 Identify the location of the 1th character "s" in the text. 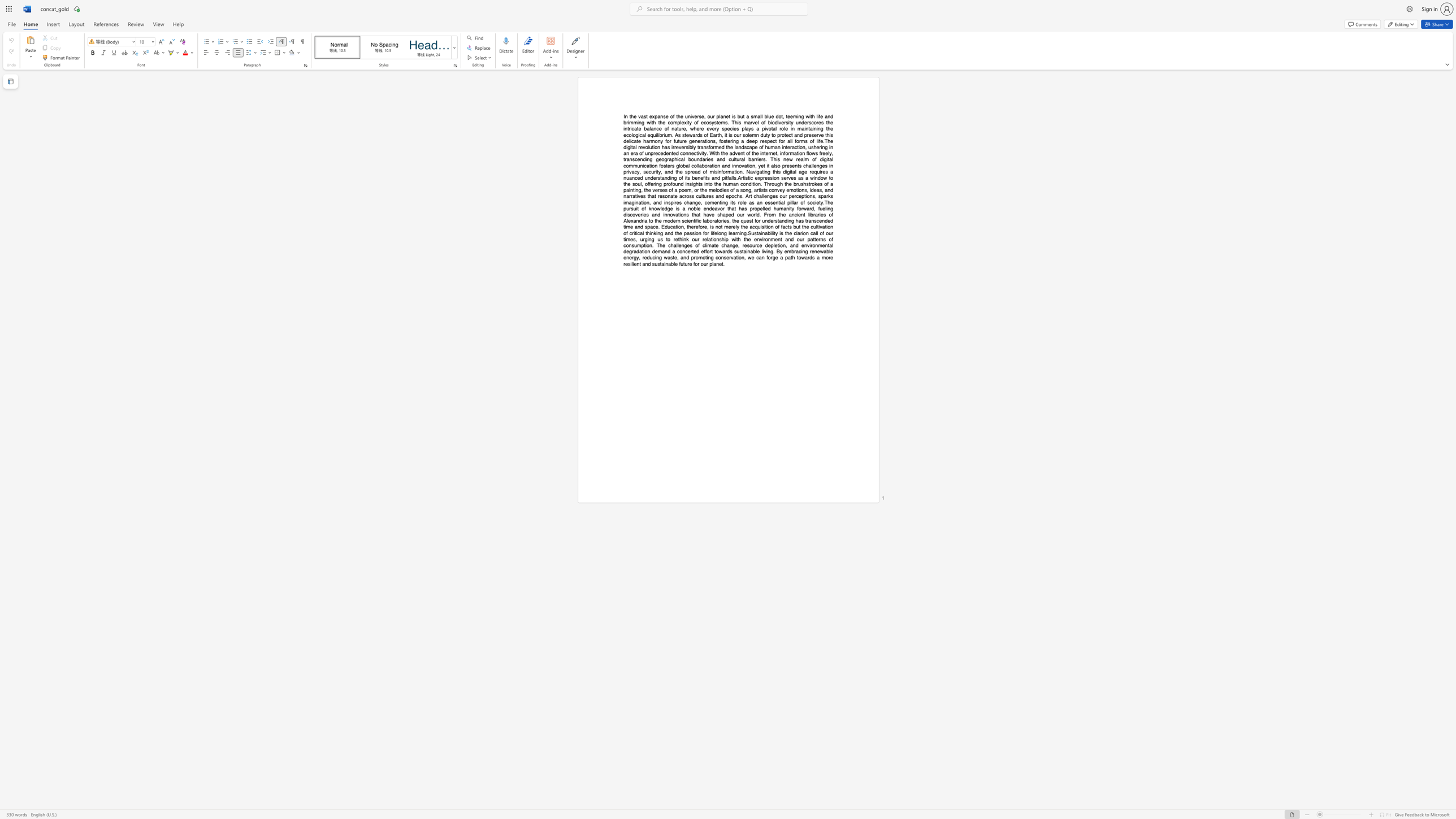
(735, 178).